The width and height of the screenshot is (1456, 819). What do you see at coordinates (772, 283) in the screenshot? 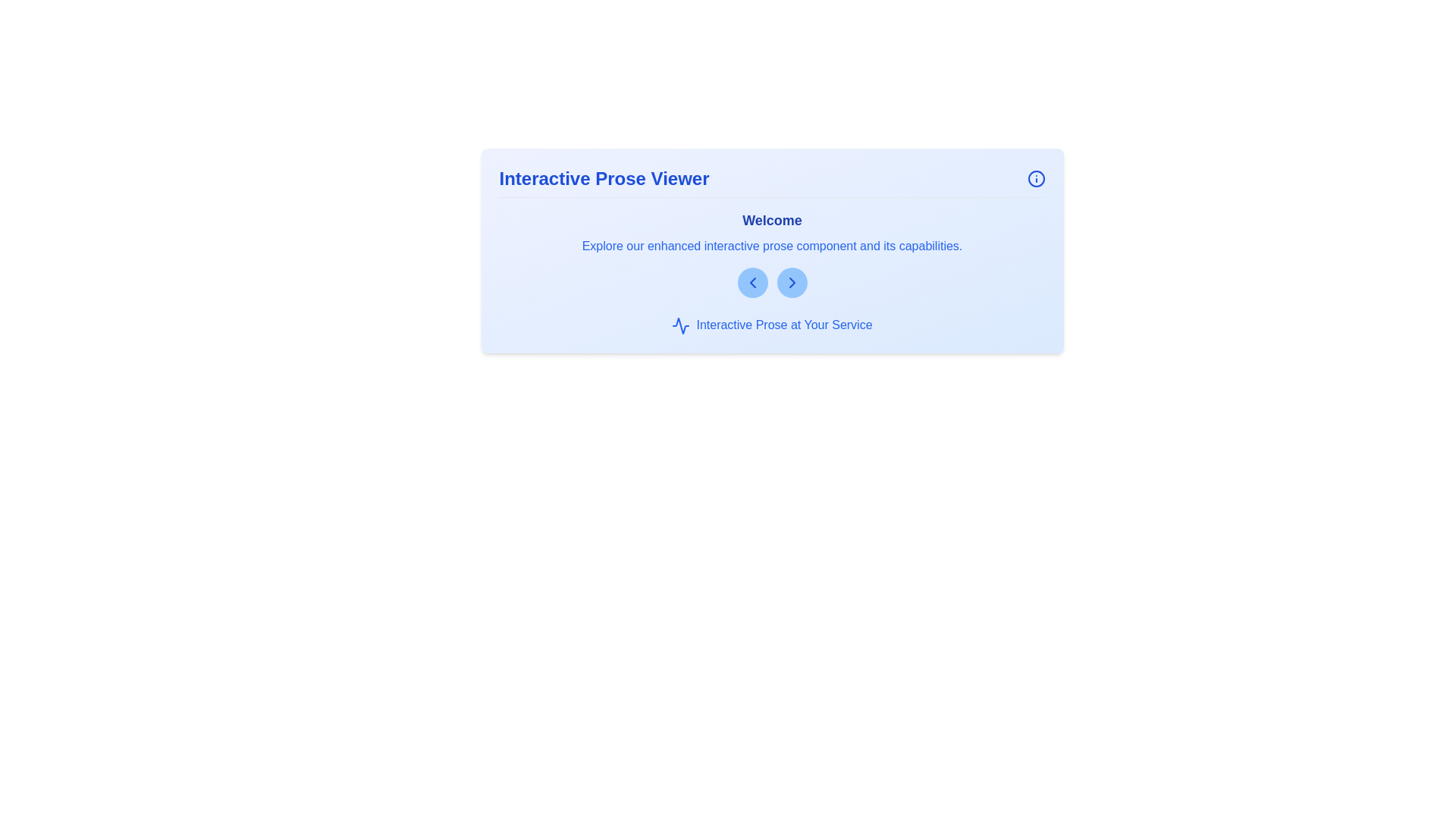
I see `the navigation controls (buttons with arrows) that are circular with blue shades and positioned below the text 'Explore our enhanced interactive prose component and its capabilities.'` at bounding box center [772, 283].